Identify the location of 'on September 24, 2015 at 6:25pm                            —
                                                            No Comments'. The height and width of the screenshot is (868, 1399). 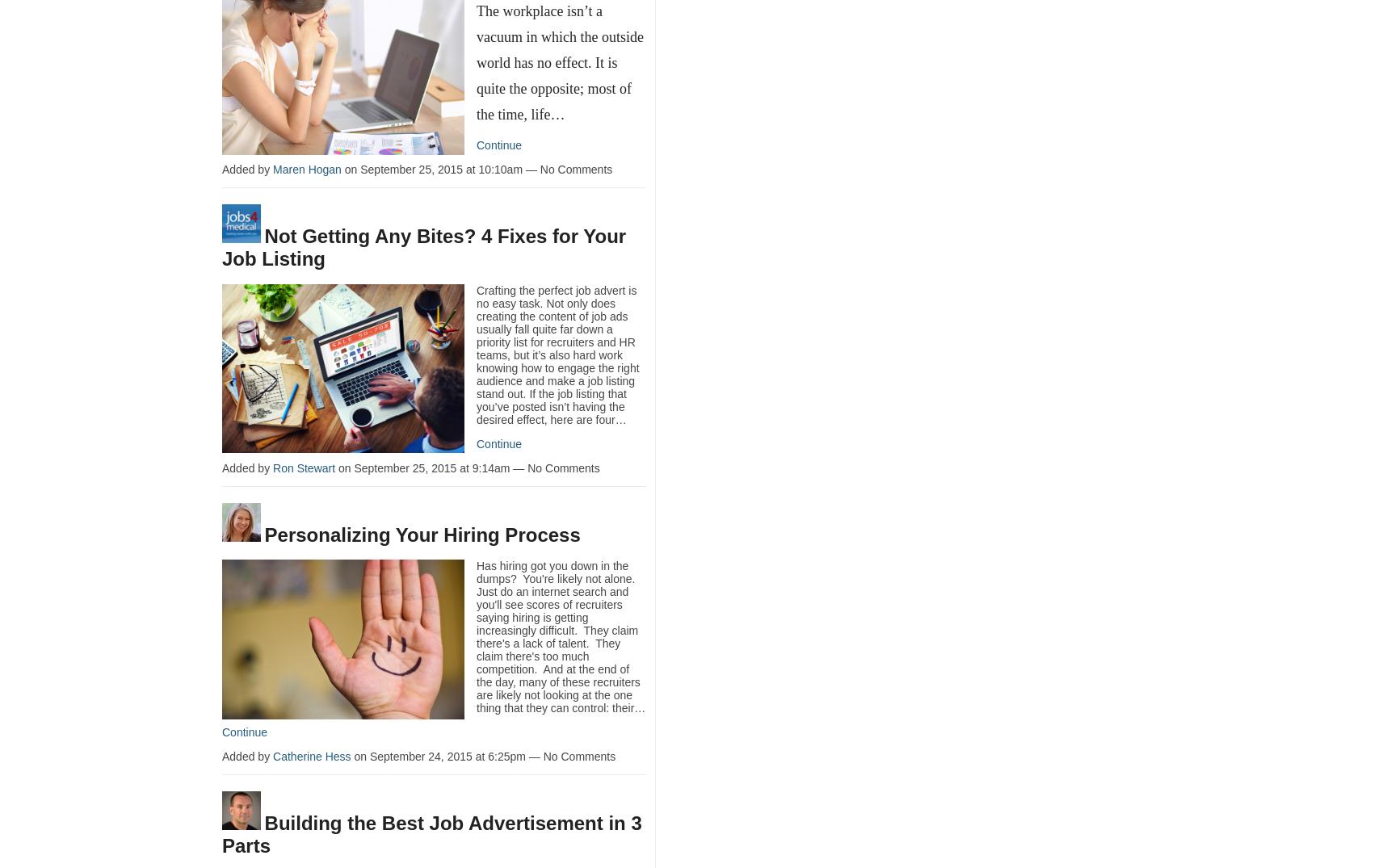
(483, 756).